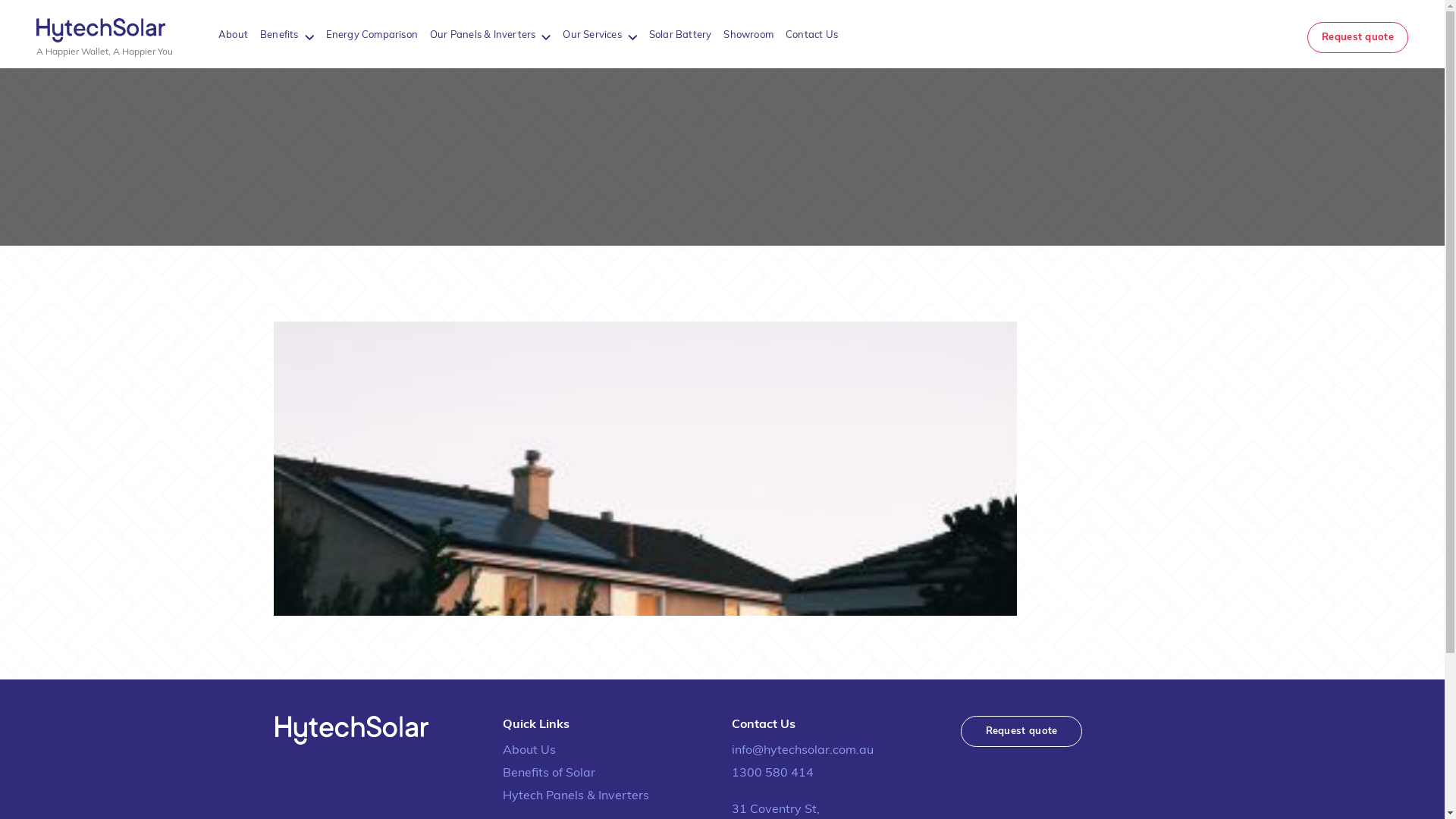  What do you see at coordinates (607, 773) in the screenshot?
I see `'Benefits of Solar'` at bounding box center [607, 773].